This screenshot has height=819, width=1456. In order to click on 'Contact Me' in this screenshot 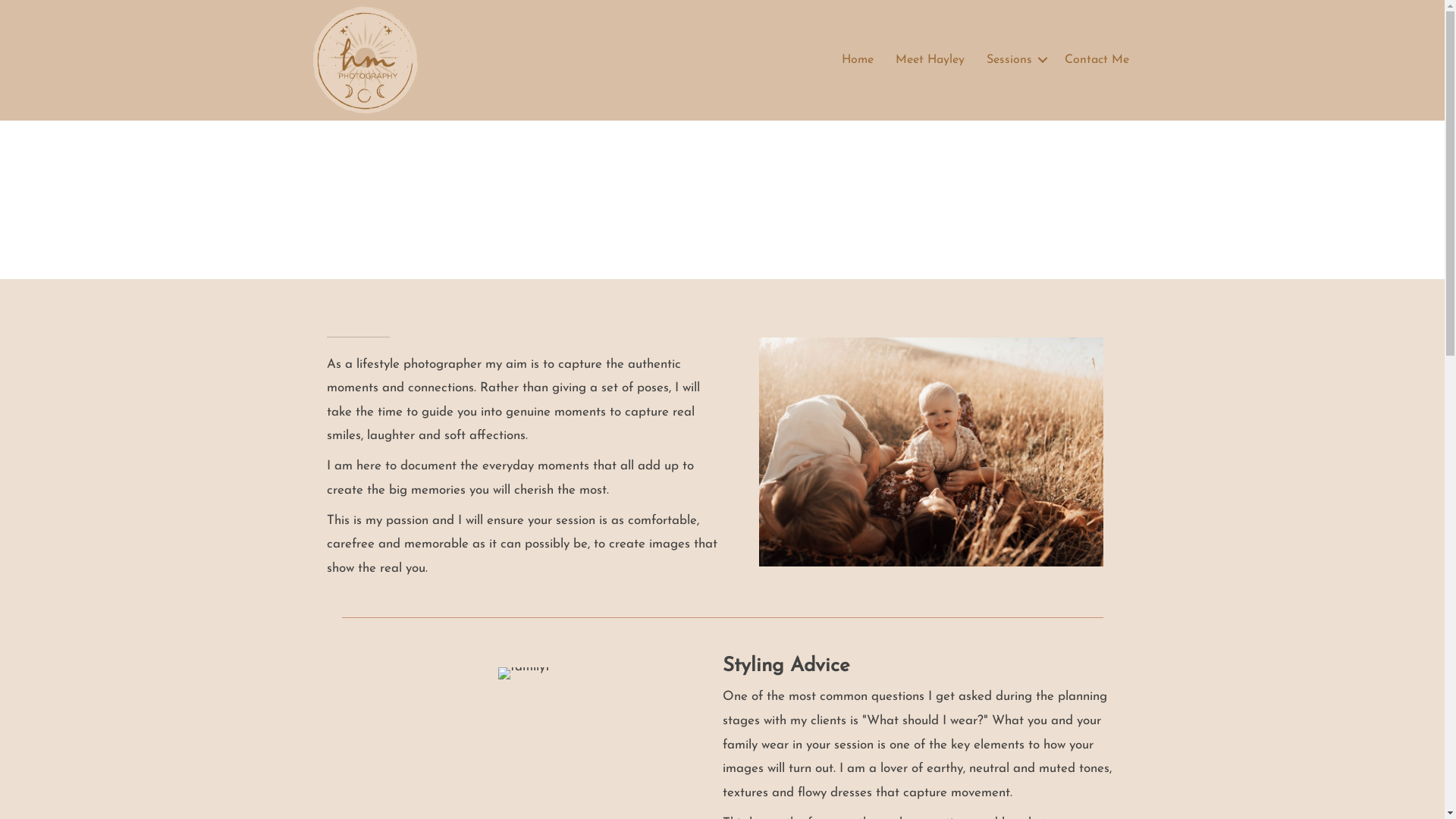, I will do `click(1097, 58)`.